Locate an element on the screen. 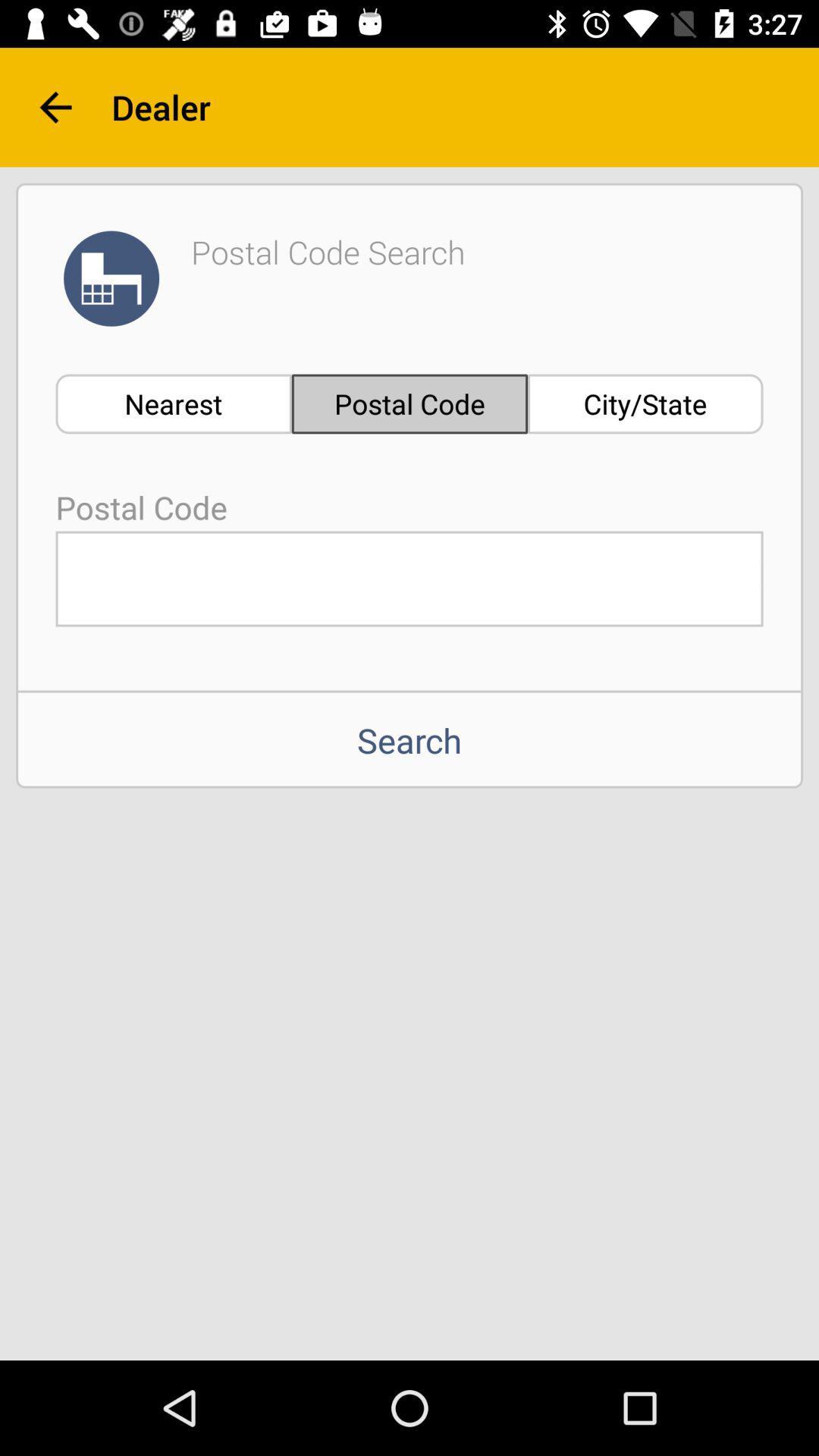 The width and height of the screenshot is (819, 1456). icon to the left of the postal code item is located at coordinates (173, 403).